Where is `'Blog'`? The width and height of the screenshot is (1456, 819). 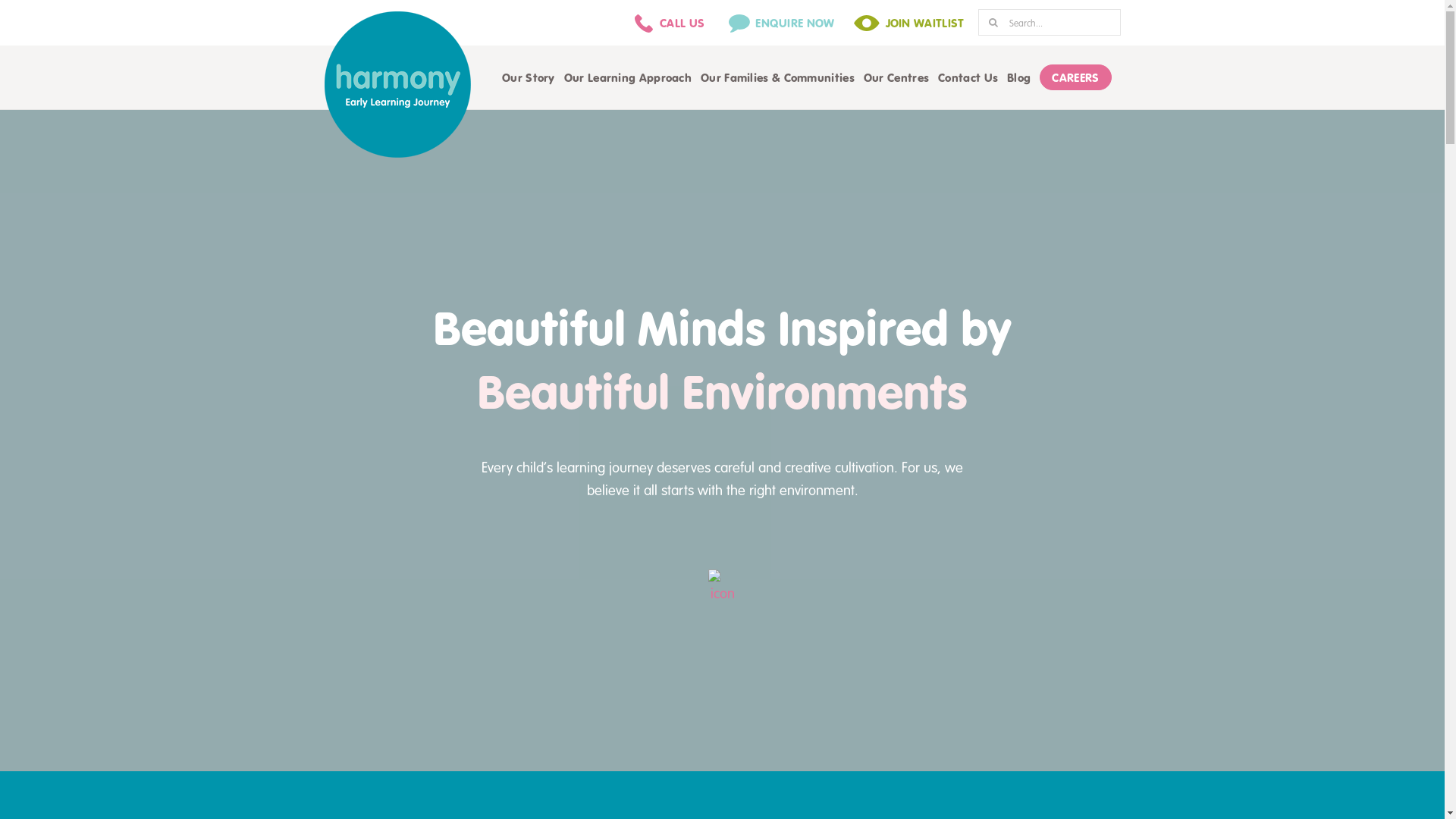 'Blog' is located at coordinates (1018, 77).